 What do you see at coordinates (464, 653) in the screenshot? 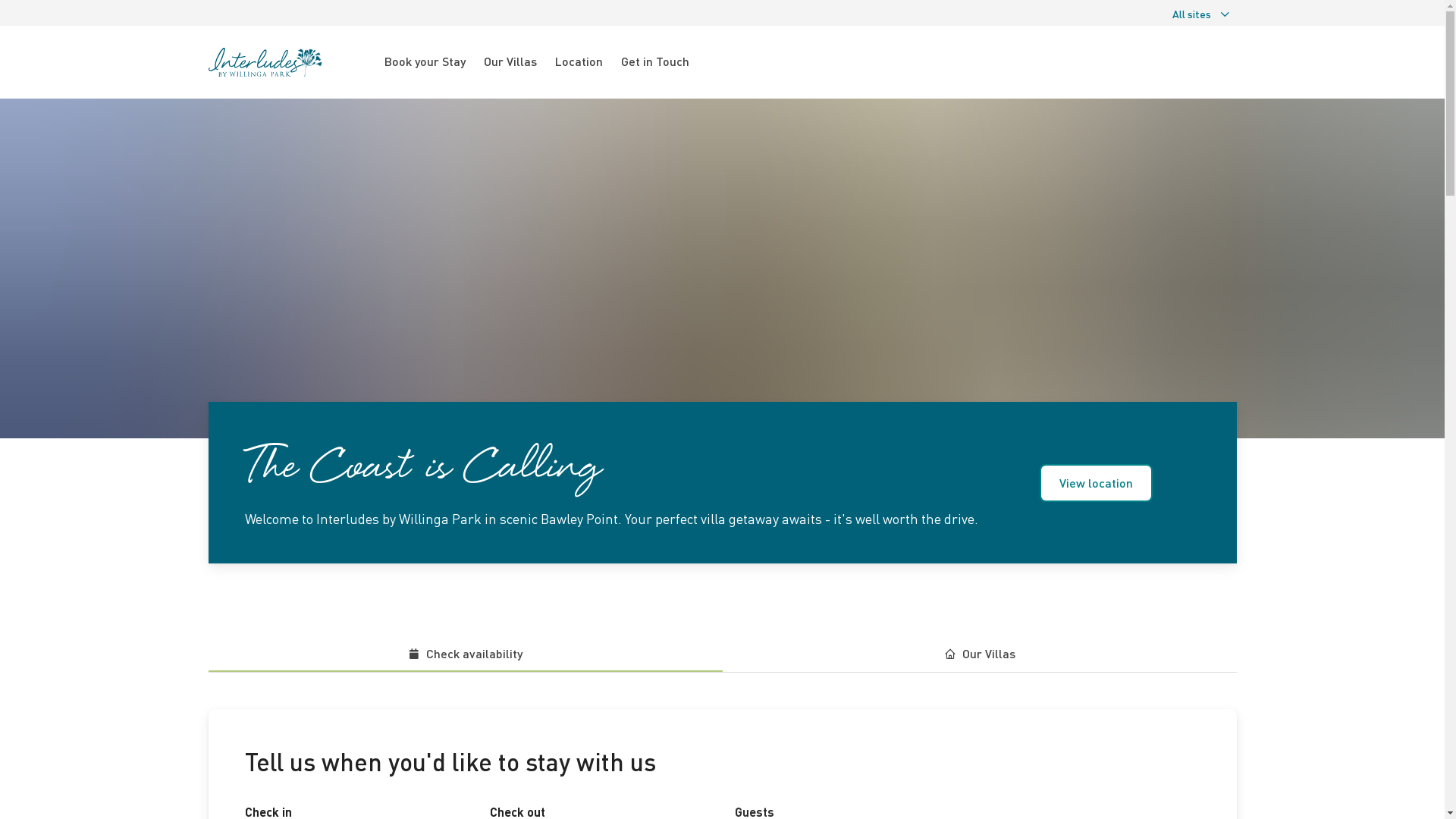
I see `'Check availability'` at bounding box center [464, 653].